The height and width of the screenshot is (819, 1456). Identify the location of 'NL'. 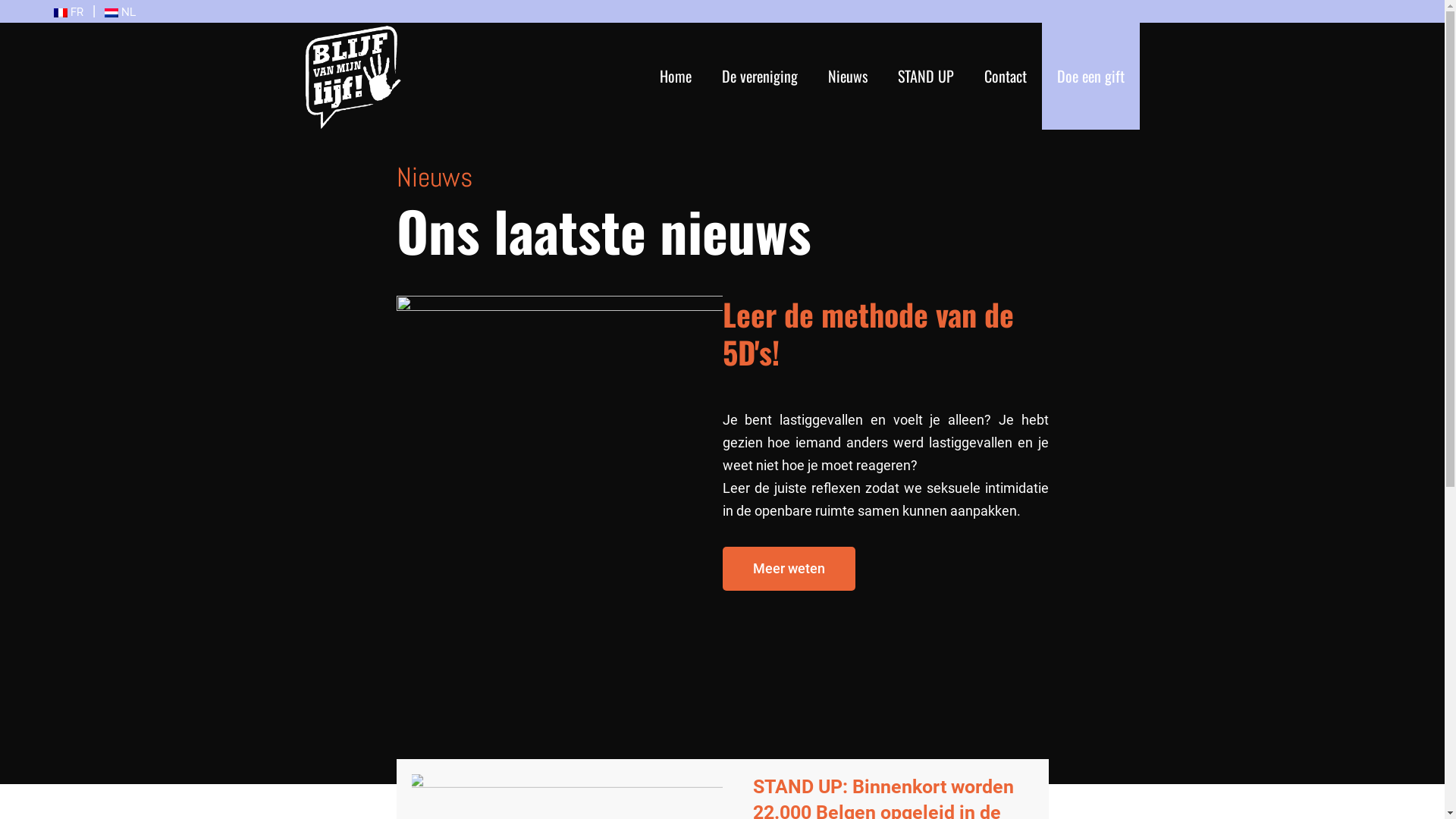
(119, 11).